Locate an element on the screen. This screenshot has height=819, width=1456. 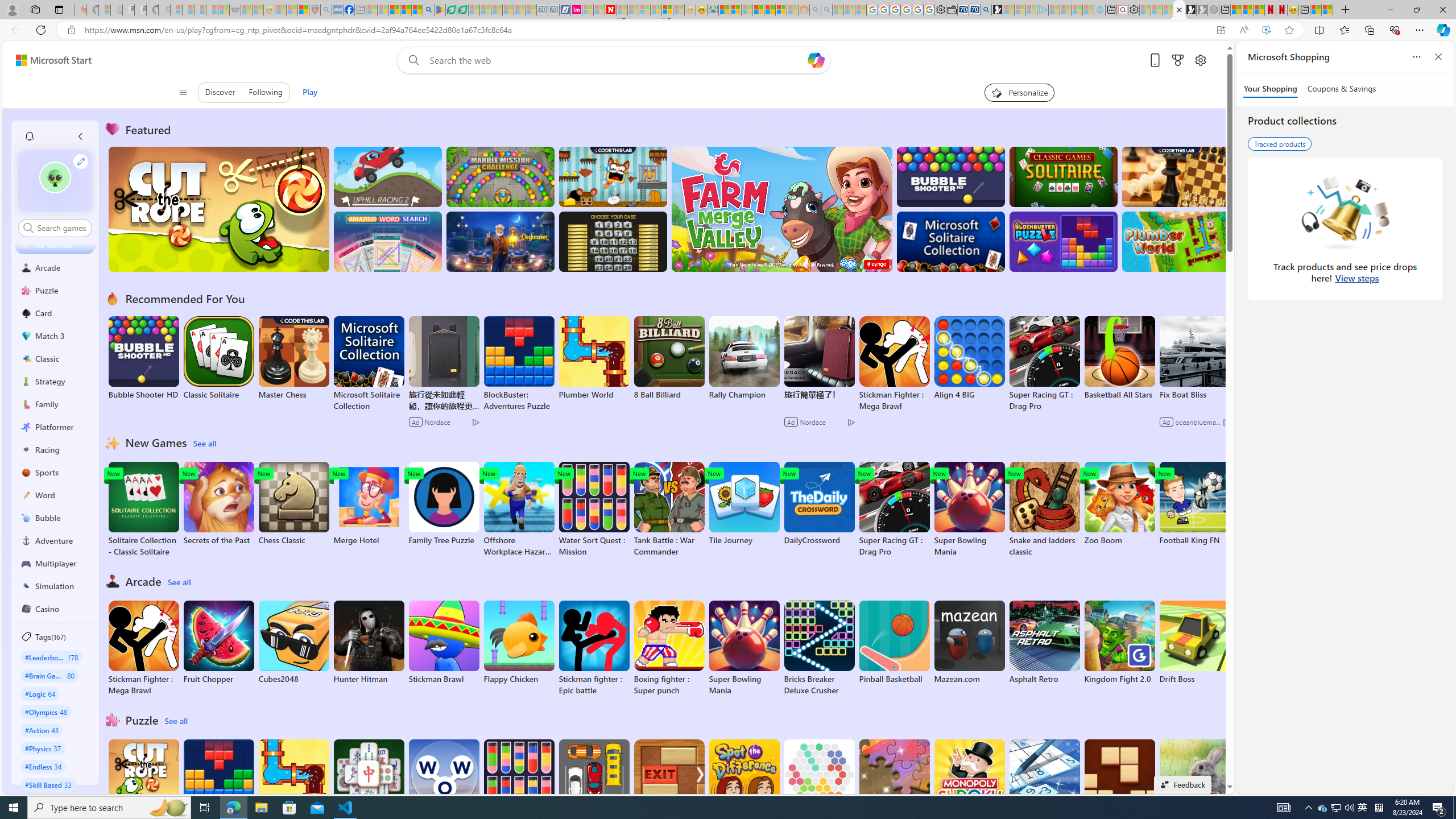
'Deal or No Deal' is located at coordinates (612, 241).